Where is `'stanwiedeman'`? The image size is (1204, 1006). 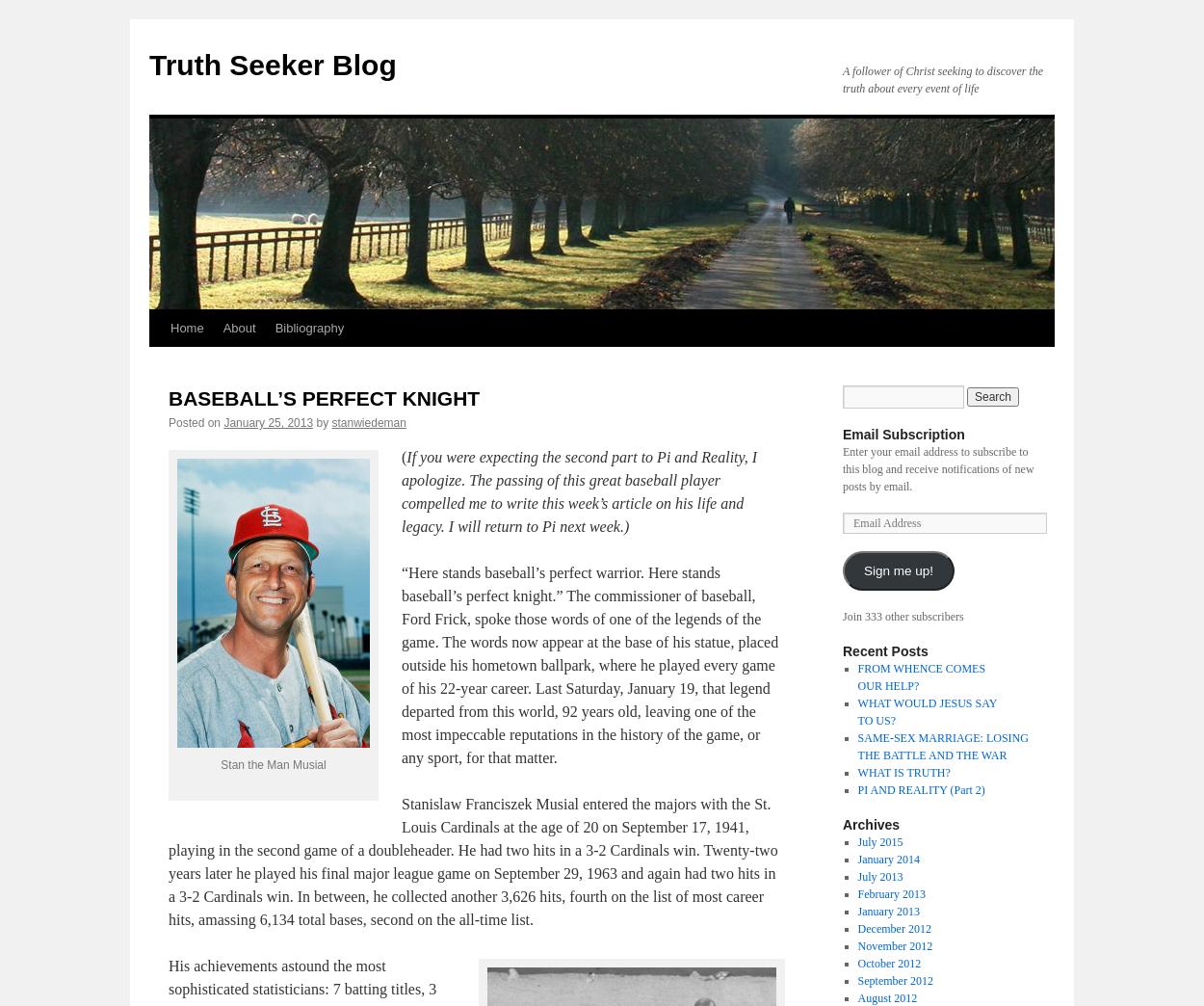
'stanwiedeman' is located at coordinates (368, 422).